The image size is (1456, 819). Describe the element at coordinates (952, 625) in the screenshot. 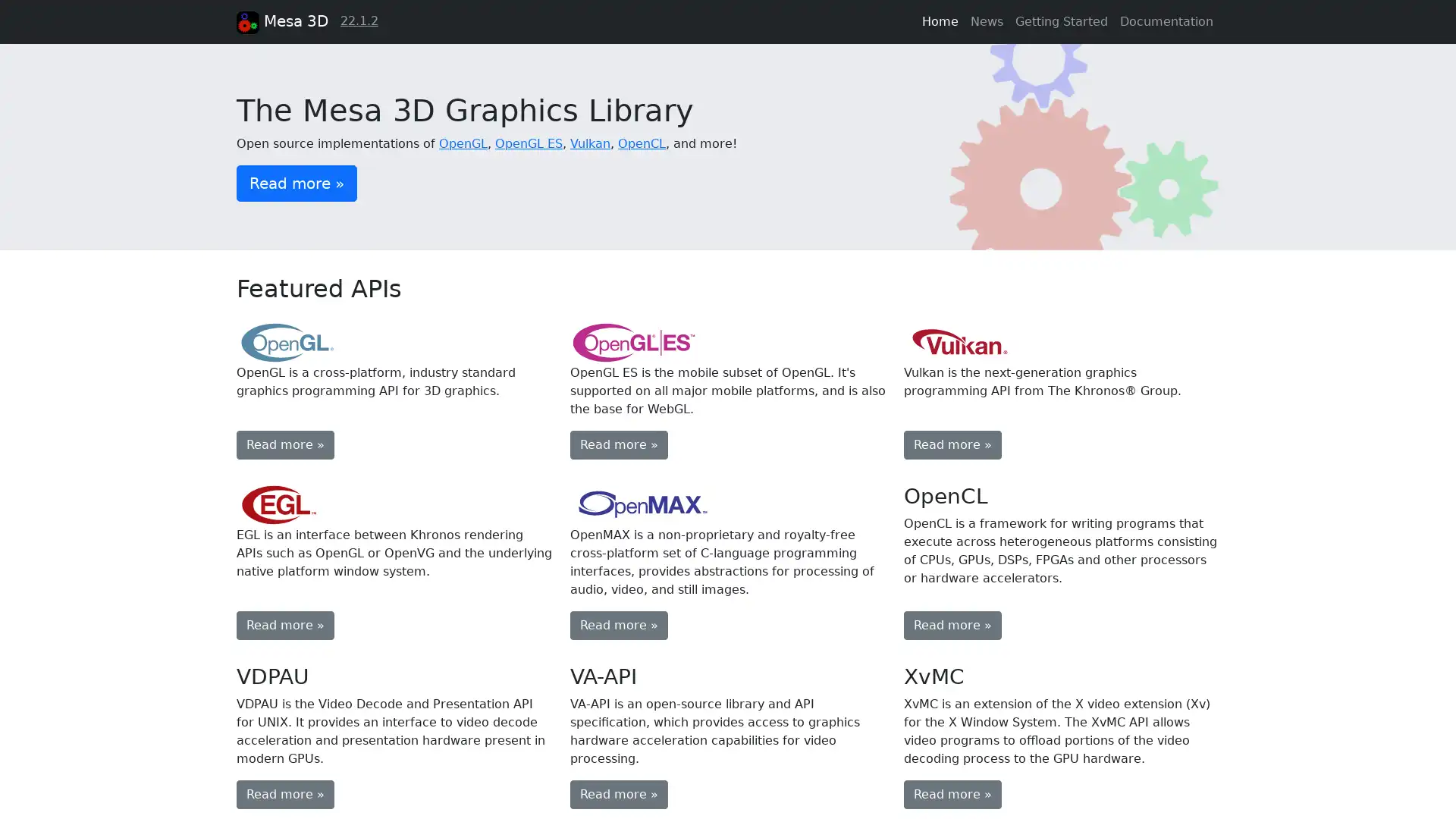

I see `Read more` at that location.